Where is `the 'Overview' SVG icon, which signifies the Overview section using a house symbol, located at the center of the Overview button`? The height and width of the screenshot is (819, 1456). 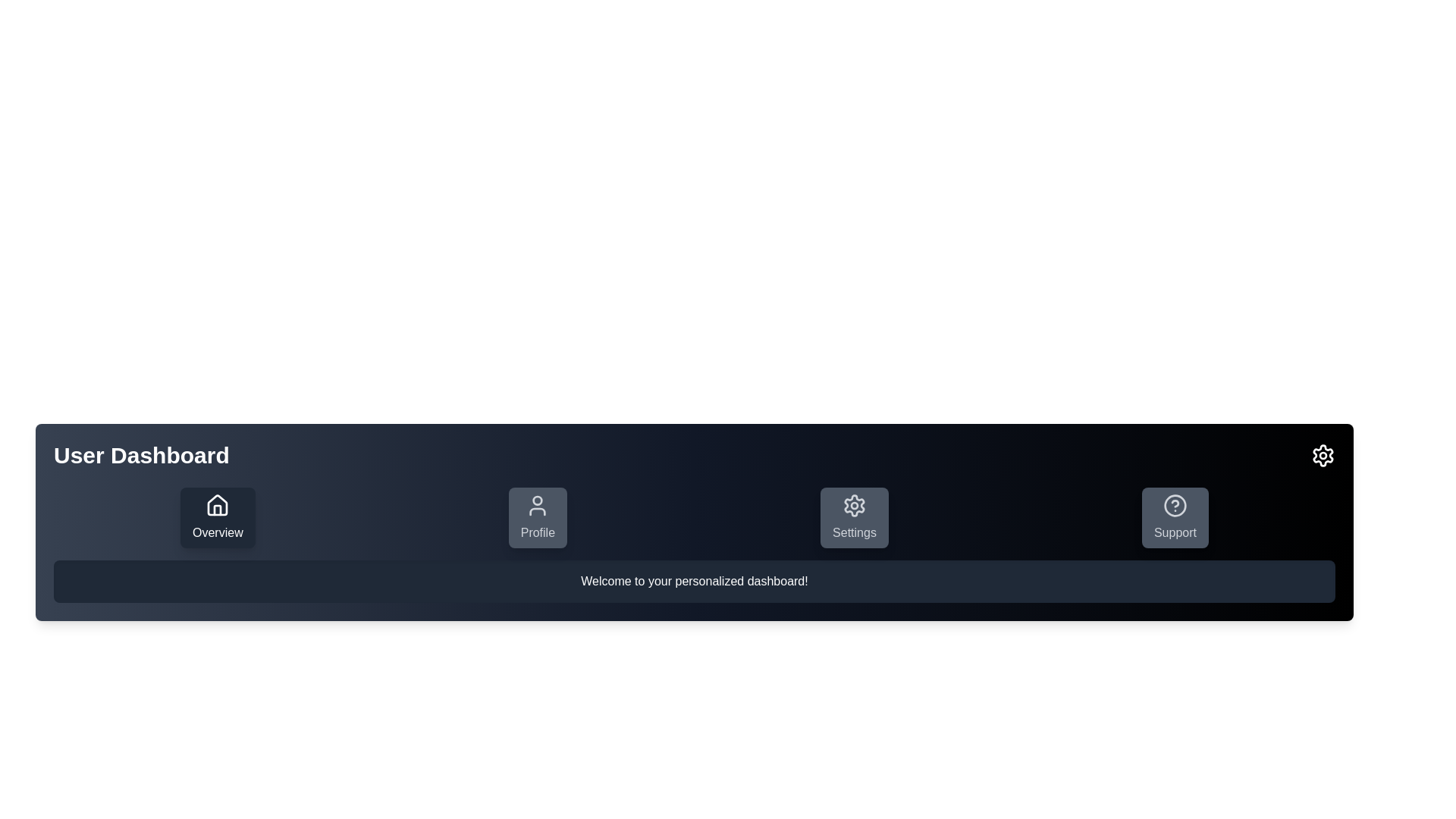
the 'Overview' SVG icon, which signifies the Overview section using a house symbol, located at the center of the Overview button is located at coordinates (217, 506).